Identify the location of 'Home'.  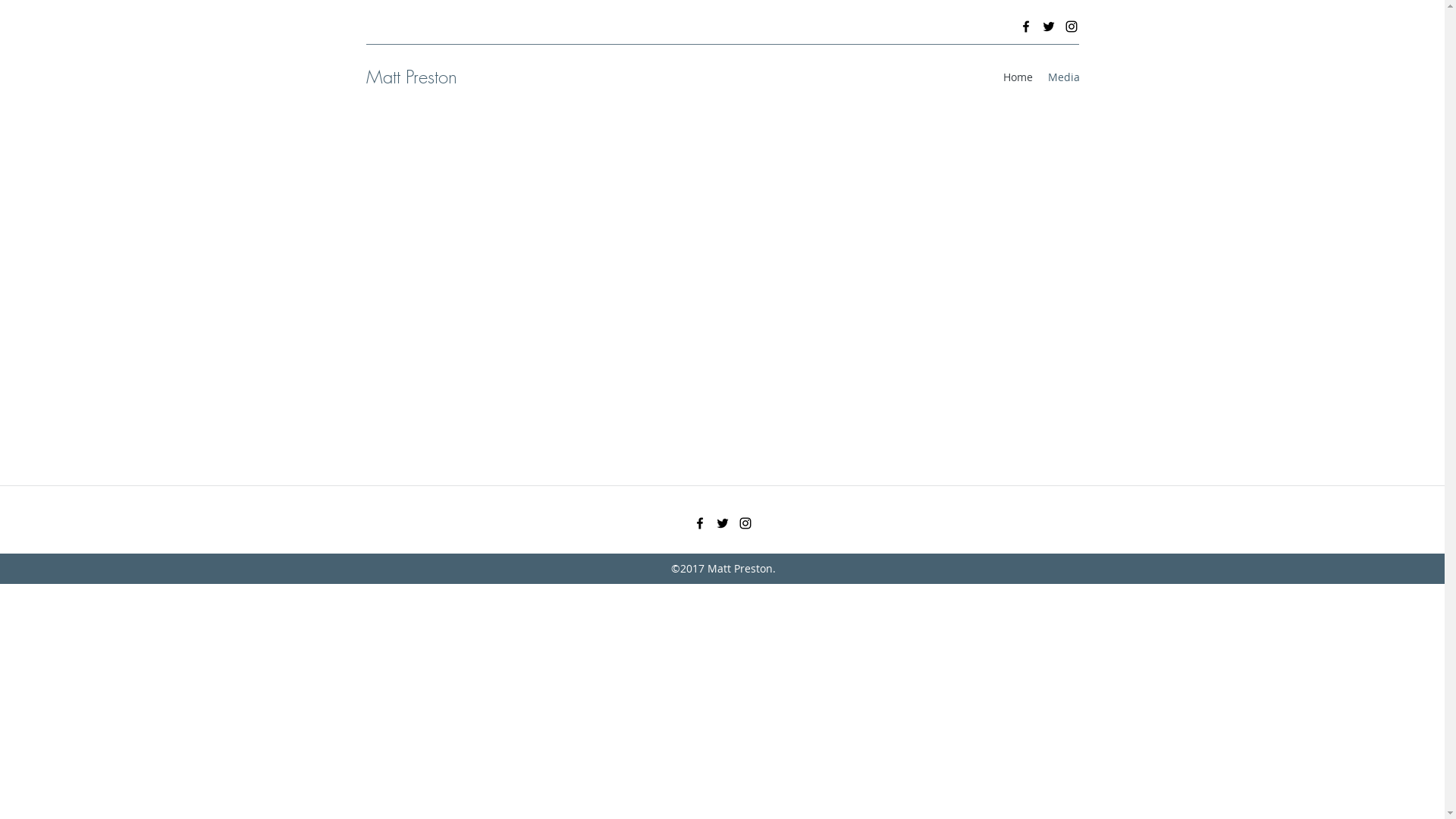
(1017, 77).